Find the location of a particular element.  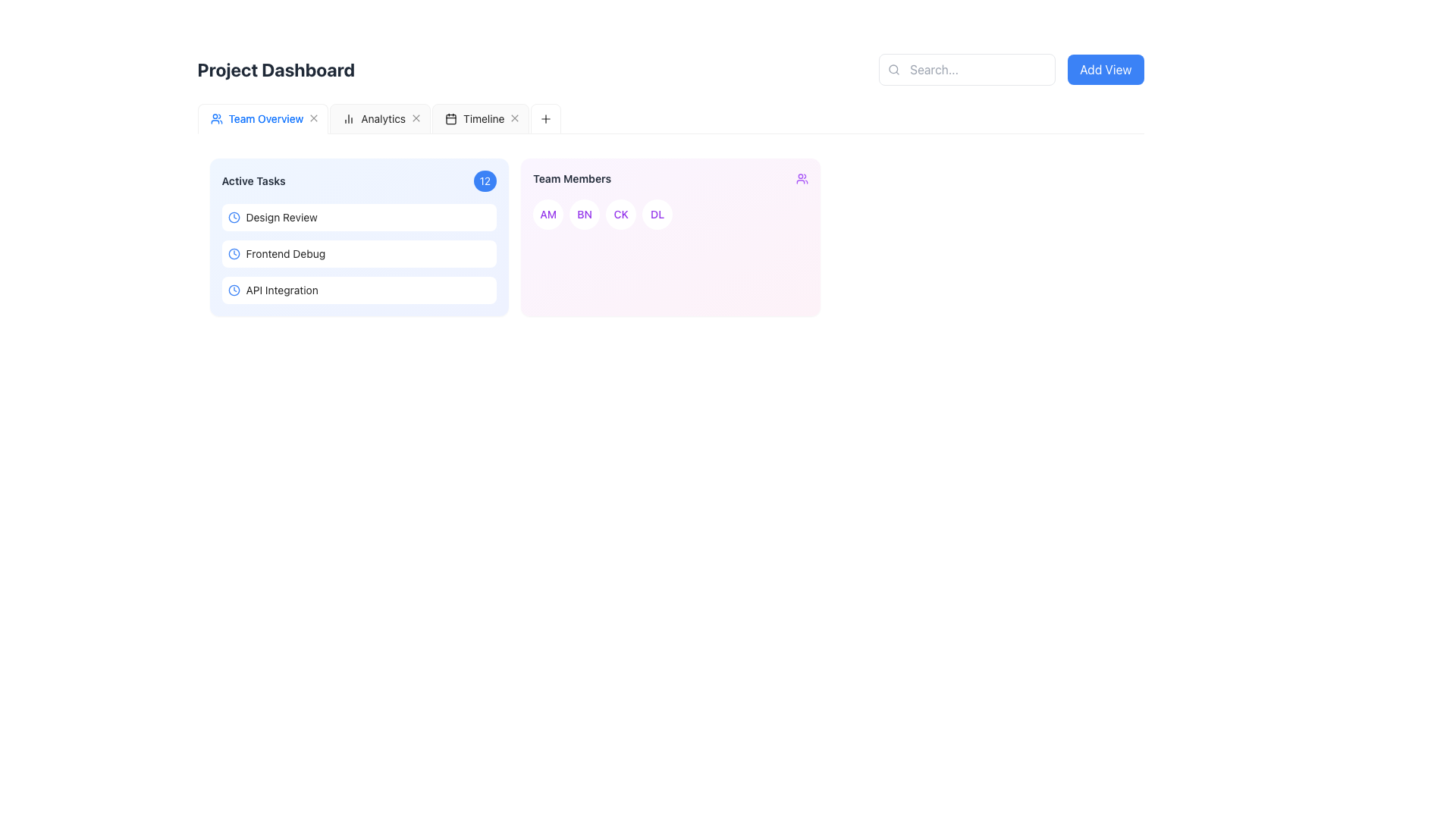

the 'Analytics' navigation tab located centrally below the 'Project Dashboard' header is located at coordinates (383, 118).